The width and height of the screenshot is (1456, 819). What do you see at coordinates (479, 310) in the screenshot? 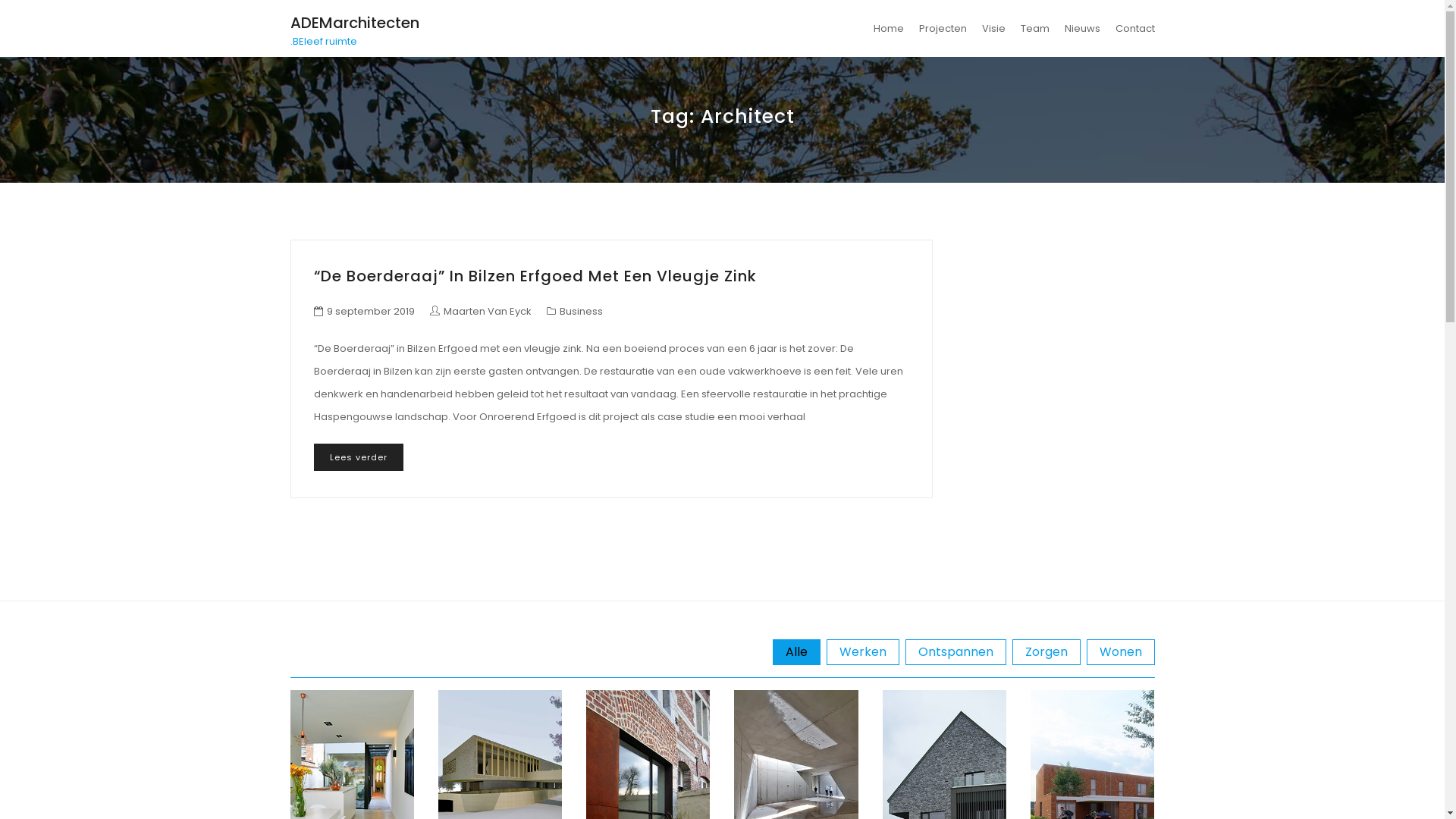
I see `'Maarten Van Eyck'` at bounding box center [479, 310].